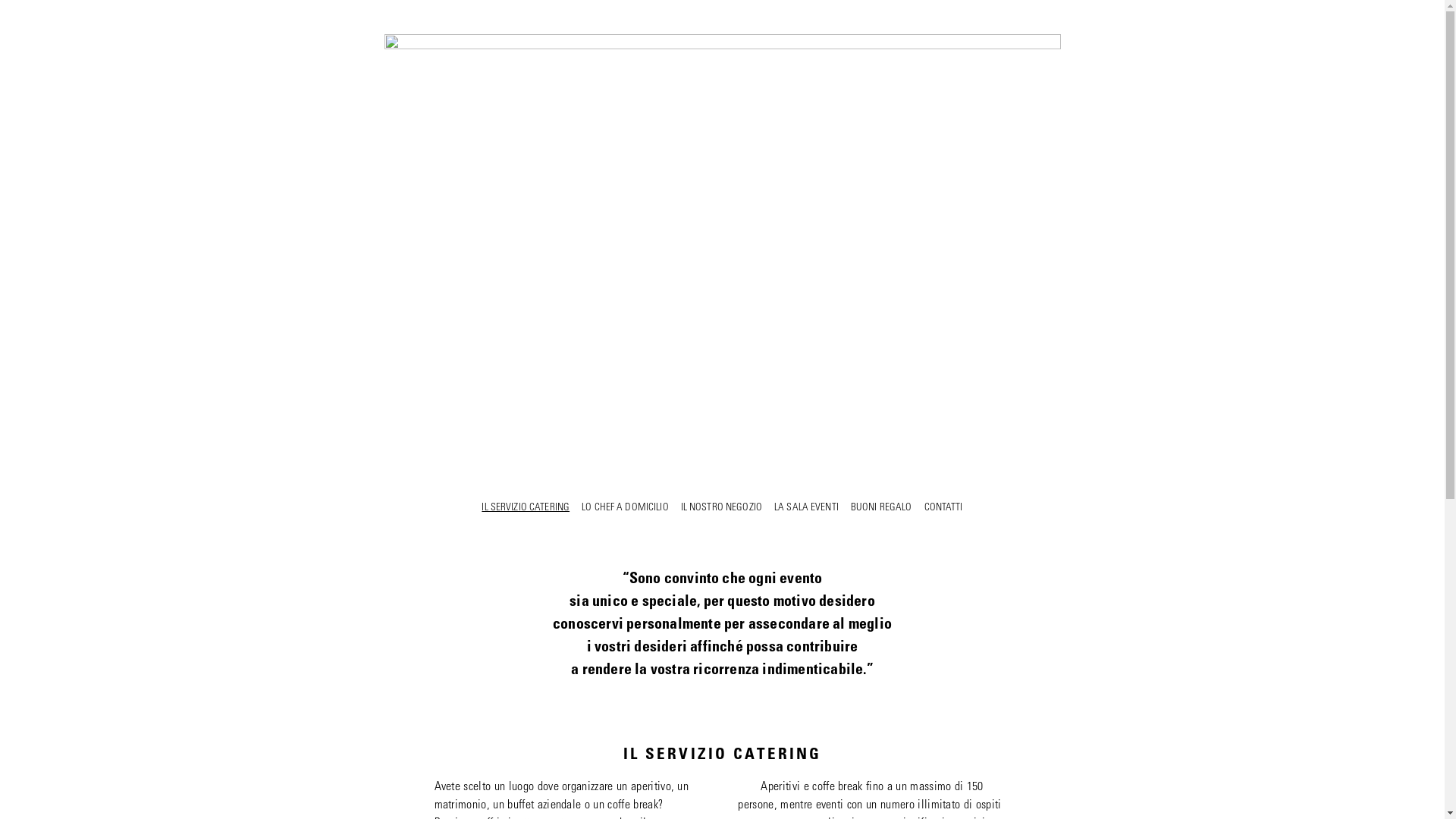  Describe the element at coordinates (720, 508) in the screenshot. I see `'IL NOSTRO NEGOZIO'` at that location.